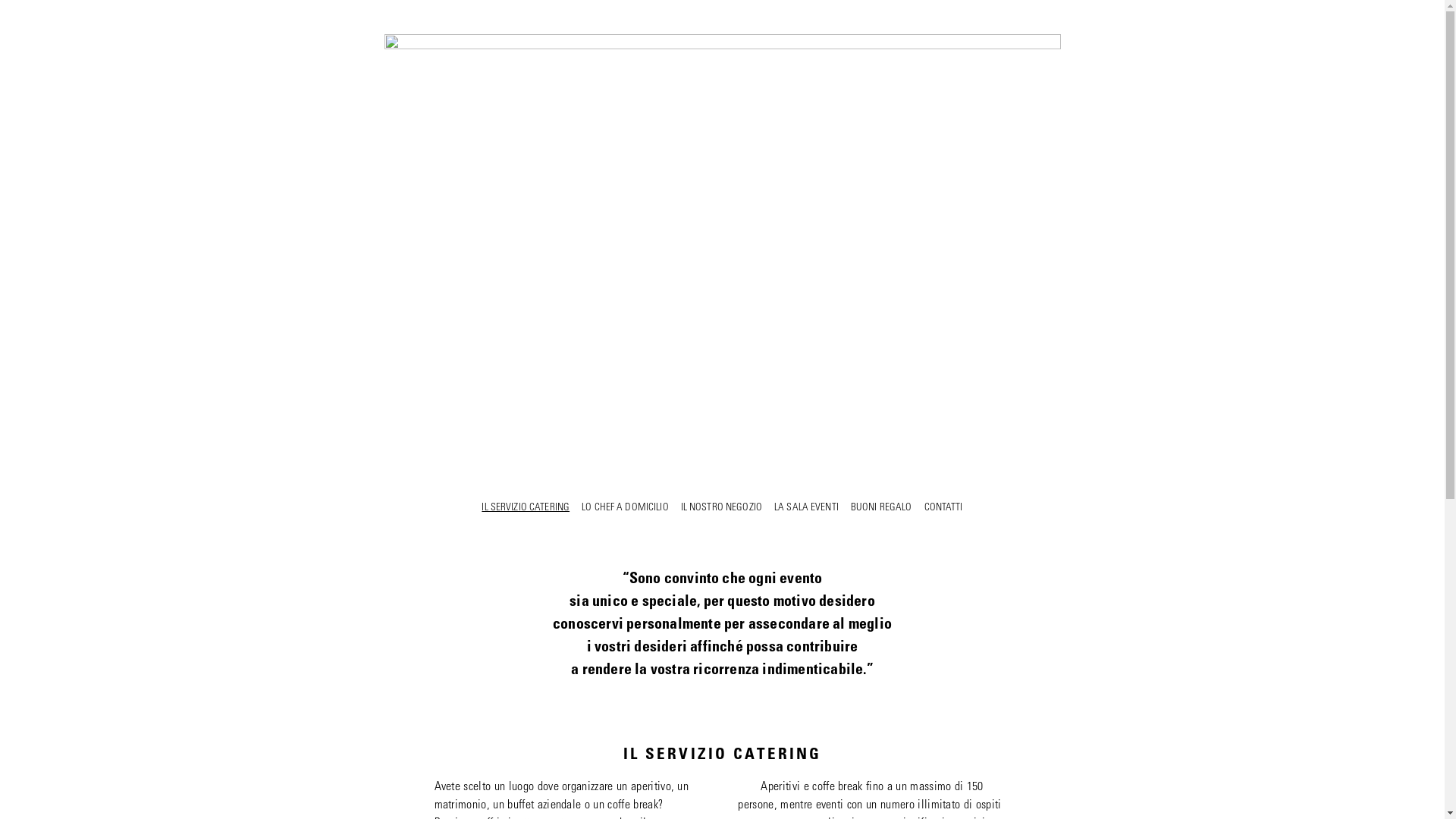  Describe the element at coordinates (720, 508) in the screenshot. I see `'IL NOSTRO NEGOZIO'` at that location.